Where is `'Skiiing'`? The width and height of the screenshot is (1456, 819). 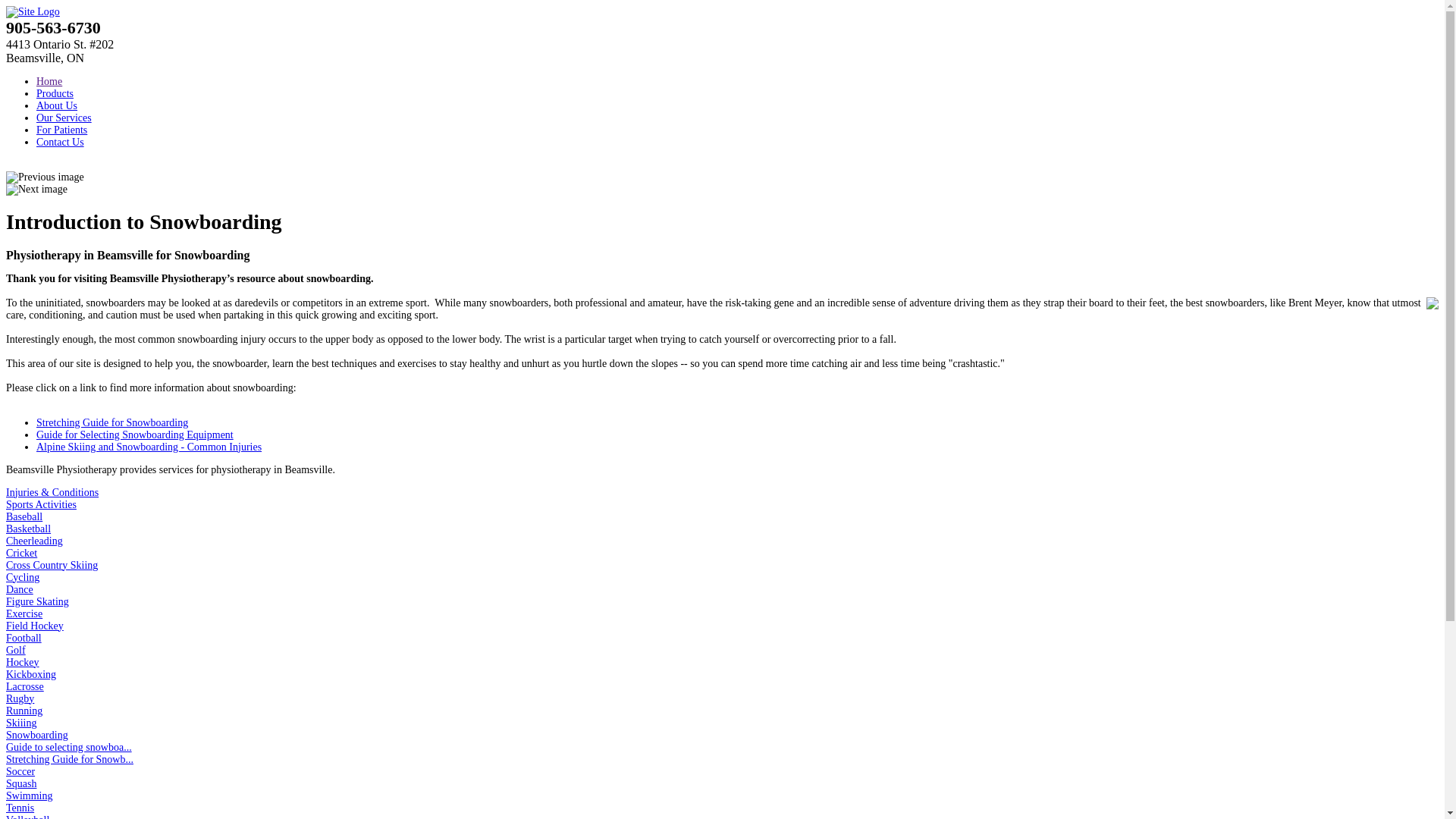 'Skiiing' is located at coordinates (21, 722).